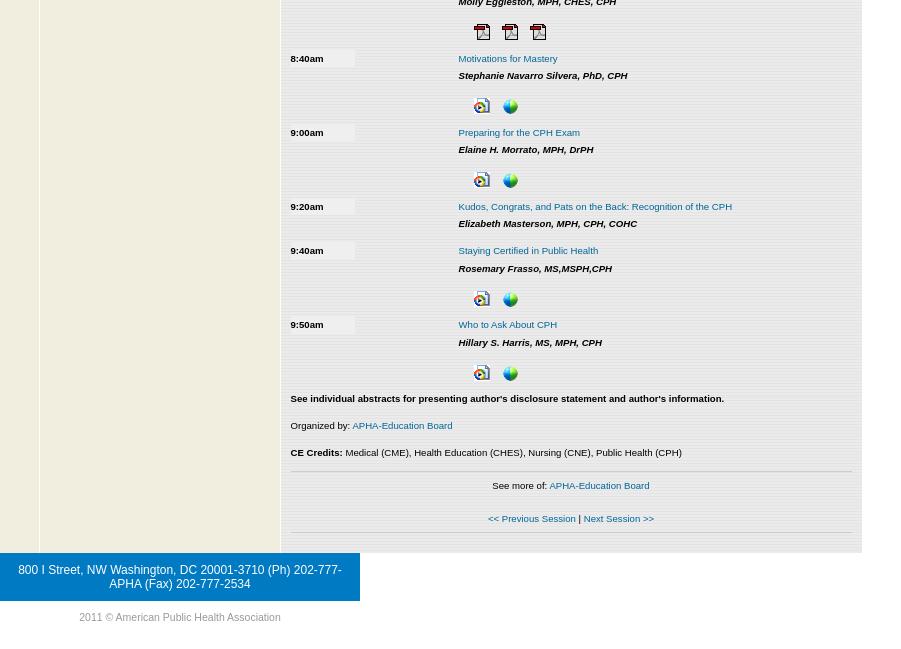 This screenshot has height=649, width=901. Describe the element at coordinates (594, 205) in the screenshot. I see `'Kudos, Congrats, and Pats on the Back: Recognition of the CPH'` at that location.